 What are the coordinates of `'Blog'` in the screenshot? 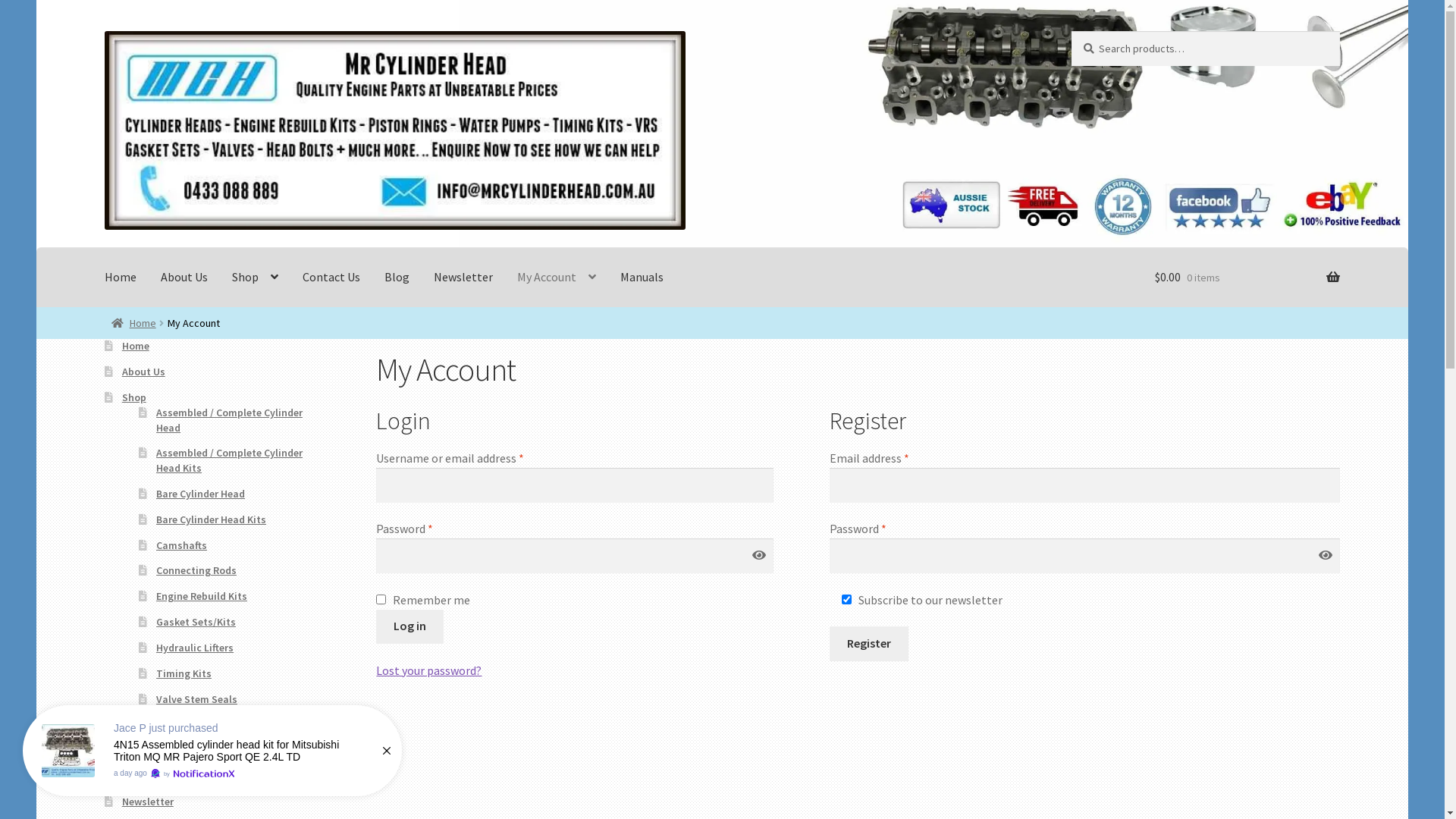 It's located at (372, 277).